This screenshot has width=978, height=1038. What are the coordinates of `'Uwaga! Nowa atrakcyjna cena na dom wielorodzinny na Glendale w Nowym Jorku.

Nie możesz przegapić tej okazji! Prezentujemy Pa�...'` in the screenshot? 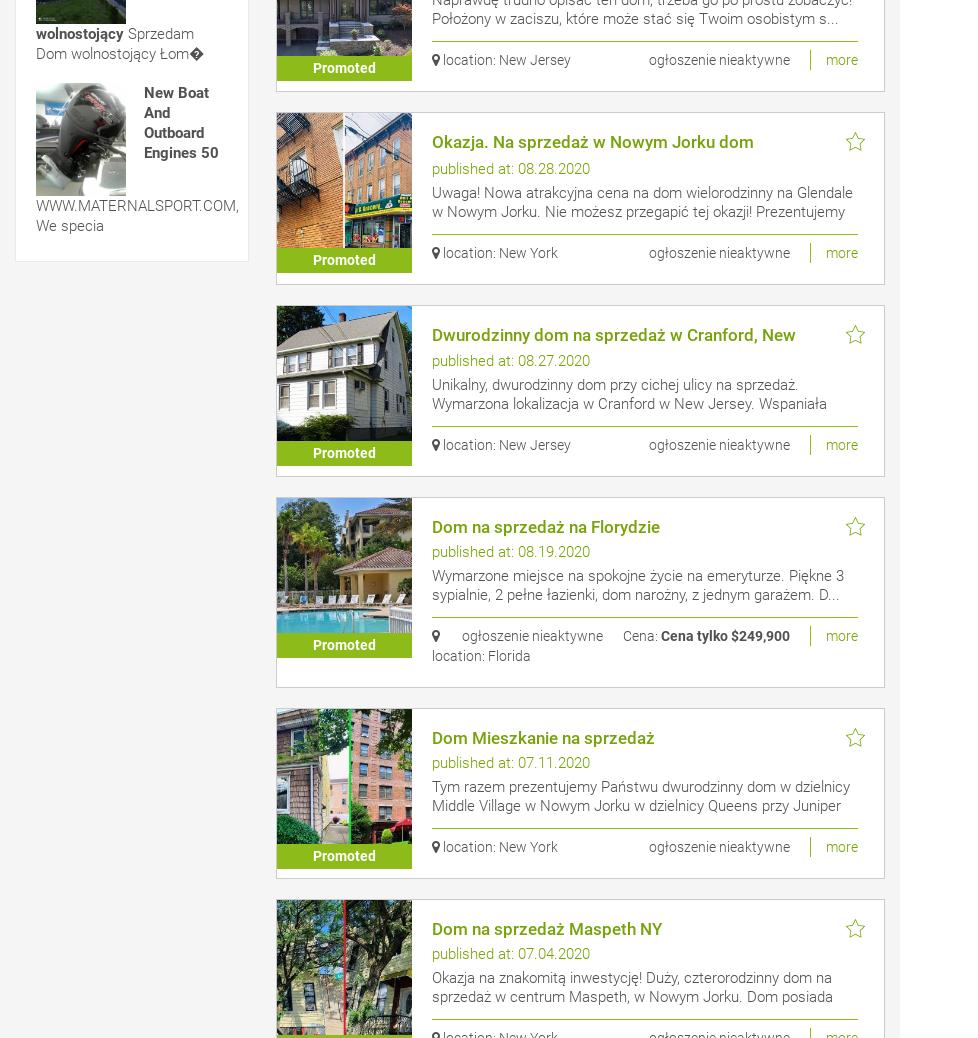 It's located at (641, 210).